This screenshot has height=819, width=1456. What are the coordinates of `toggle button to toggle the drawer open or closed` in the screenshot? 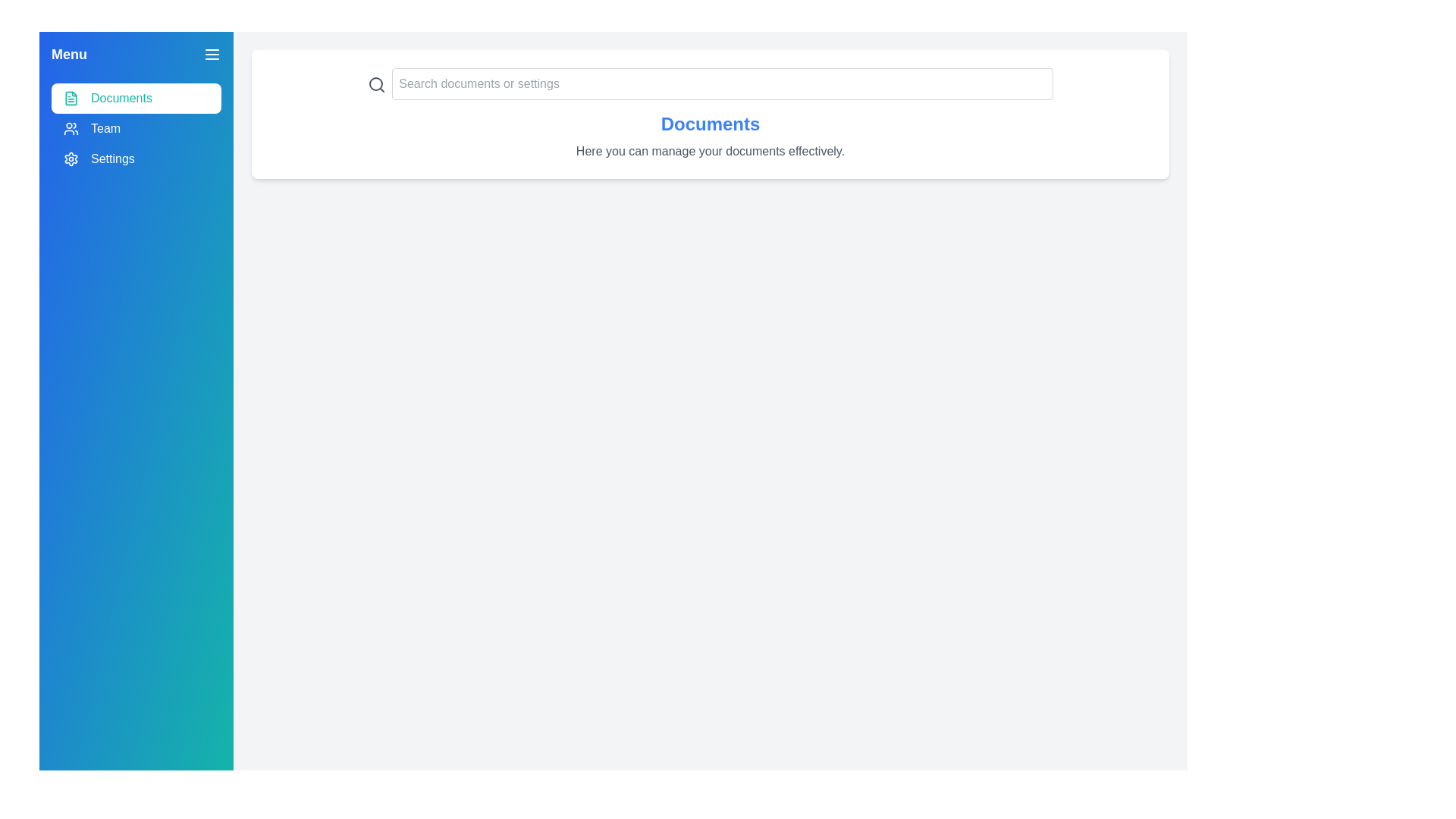 It's located at (211, 54).